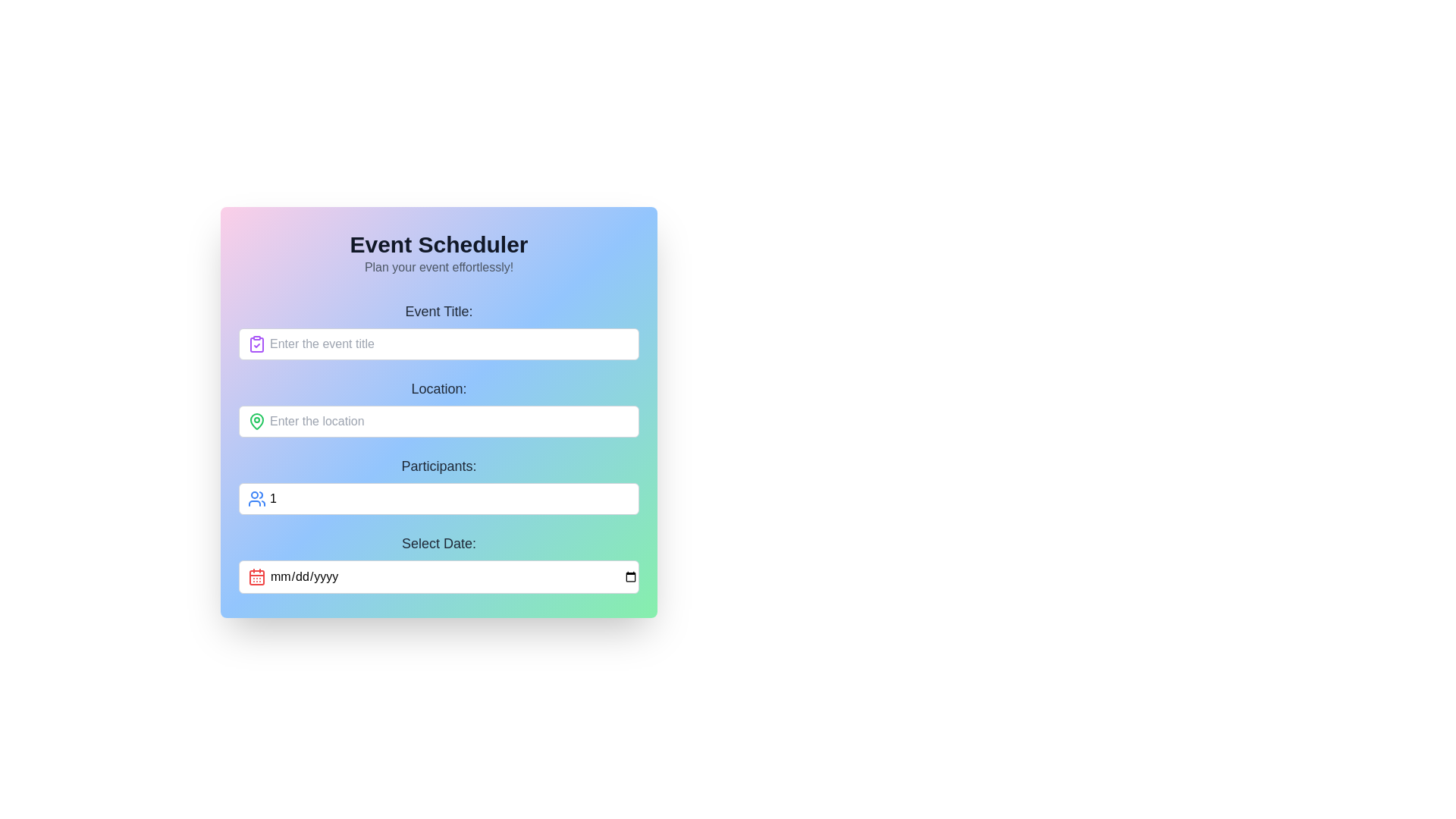  I want to click on the Text Label that indicates the purpose of the input field for selecting a date, located in the bottom section of the form interface, aligned to the left margin and directly above the date input field, so click(438, 543).